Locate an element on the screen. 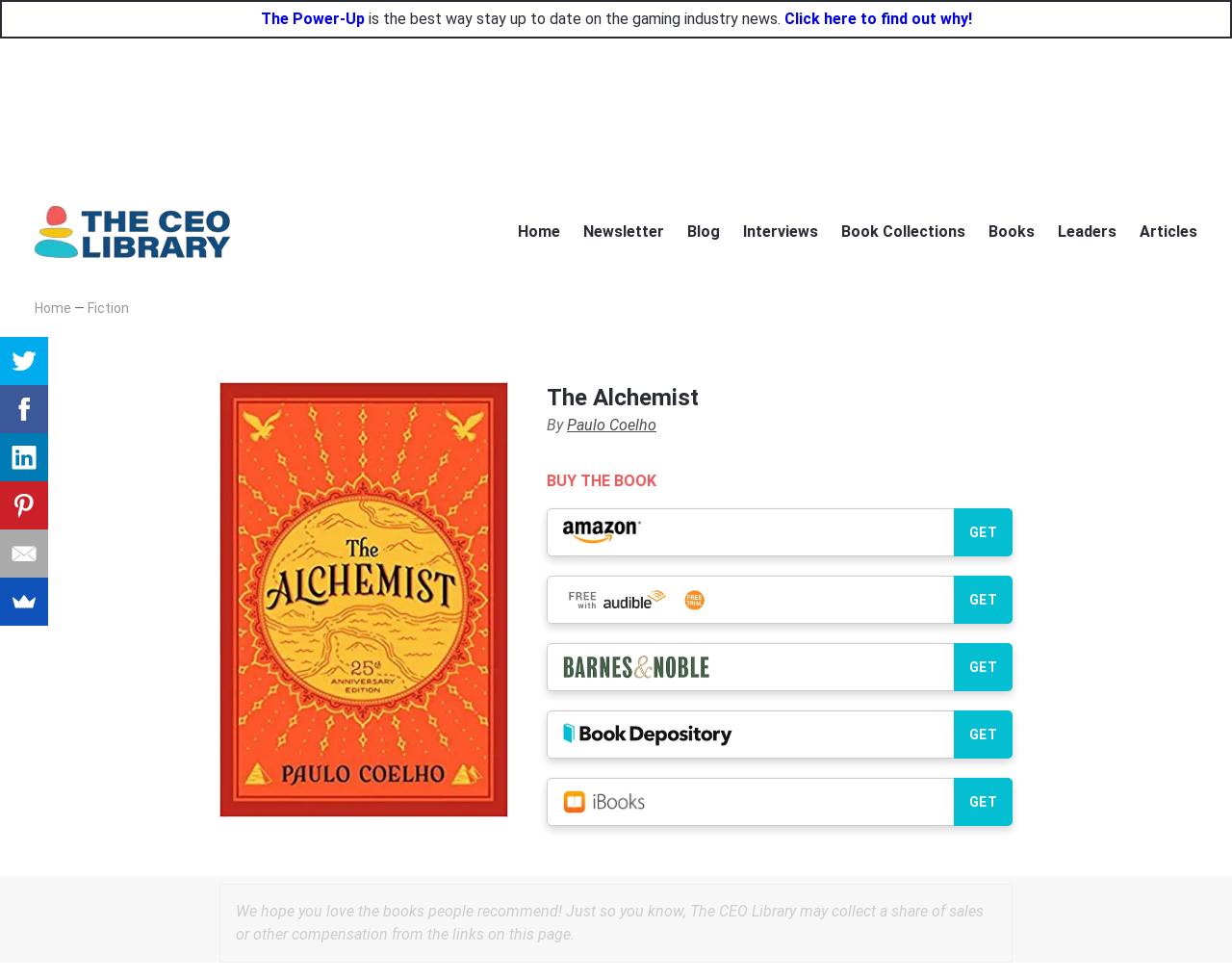 This screenshot has width=1232, height=980. 'is the best way stay up to date on the gaming industry news.' is located at coordinates (572, 17).